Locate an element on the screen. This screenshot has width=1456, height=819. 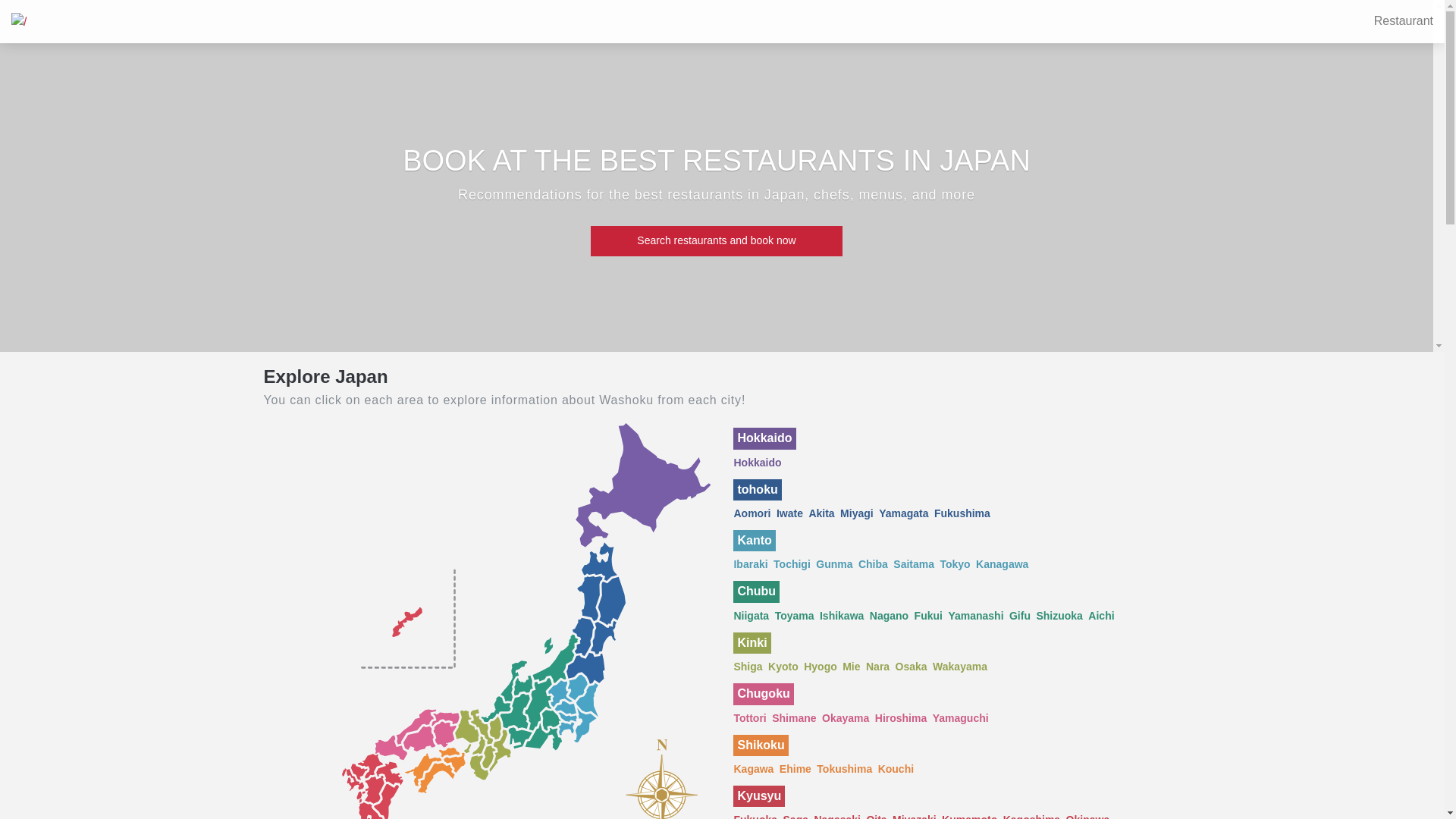
'Shiga' is located at coordinates (747, 666).